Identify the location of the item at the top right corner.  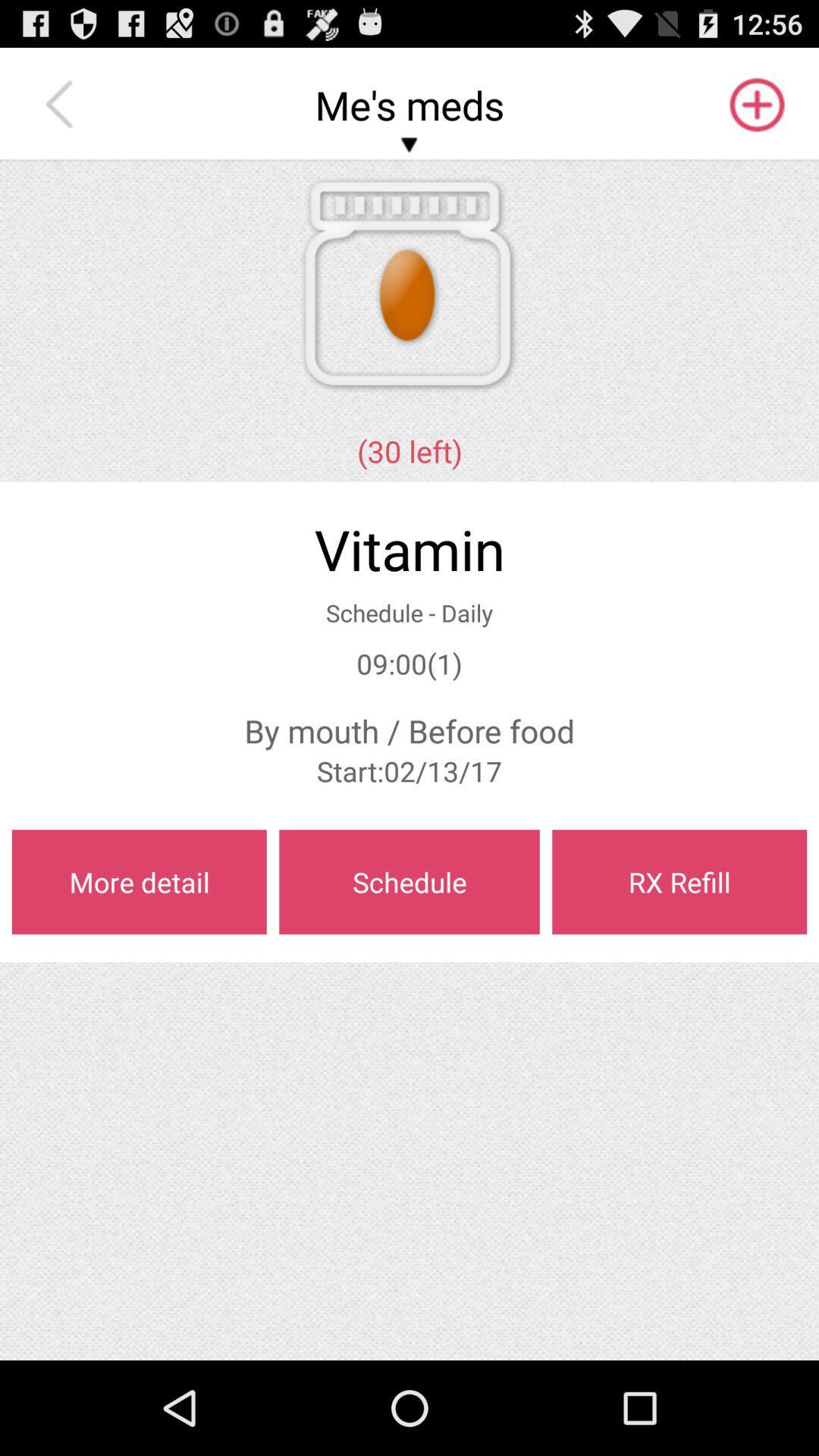
(755, 104).